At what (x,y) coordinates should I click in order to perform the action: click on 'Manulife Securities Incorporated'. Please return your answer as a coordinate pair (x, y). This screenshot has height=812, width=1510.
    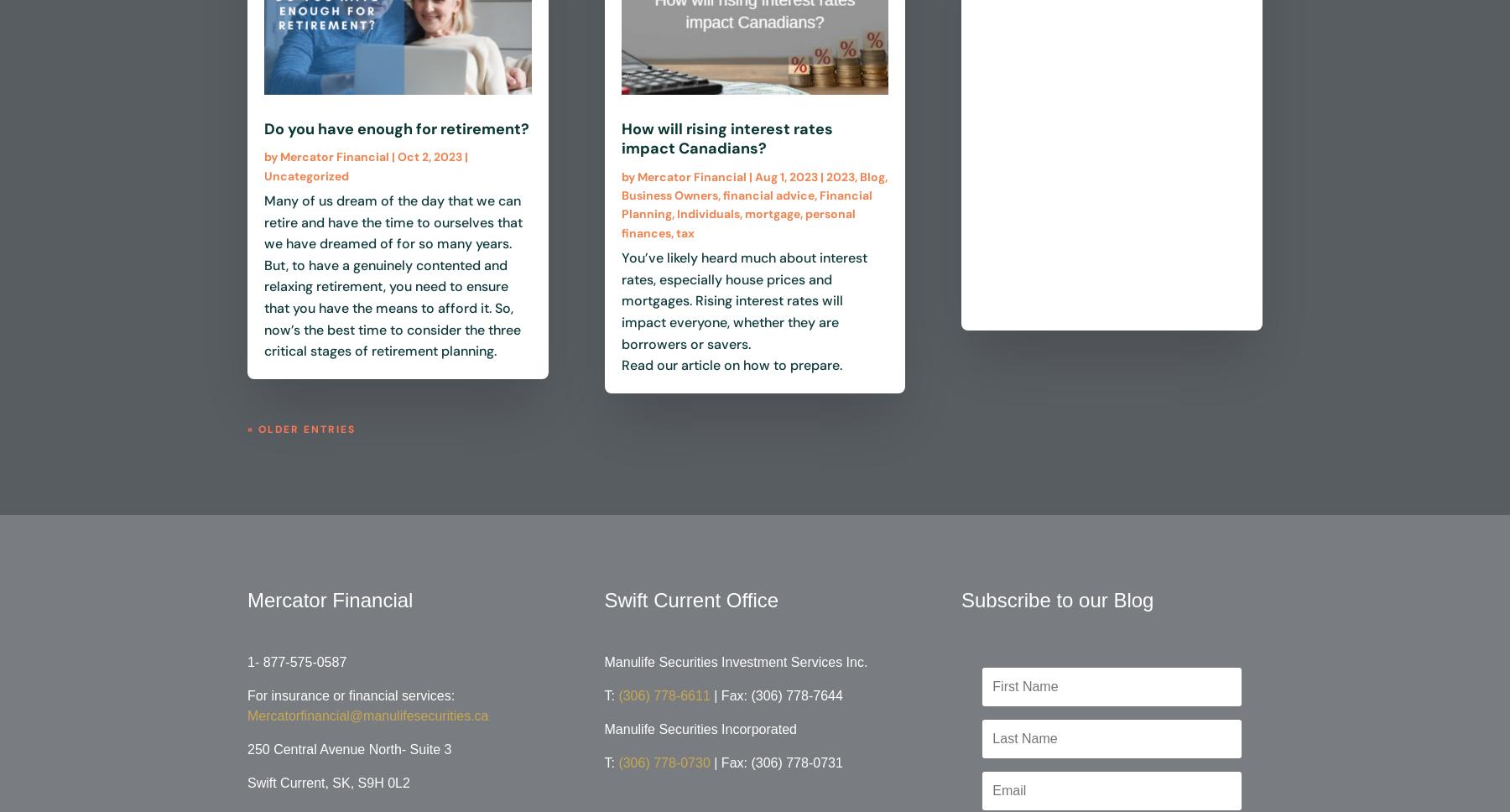
    Looking at the image, I should click on (700, 727).